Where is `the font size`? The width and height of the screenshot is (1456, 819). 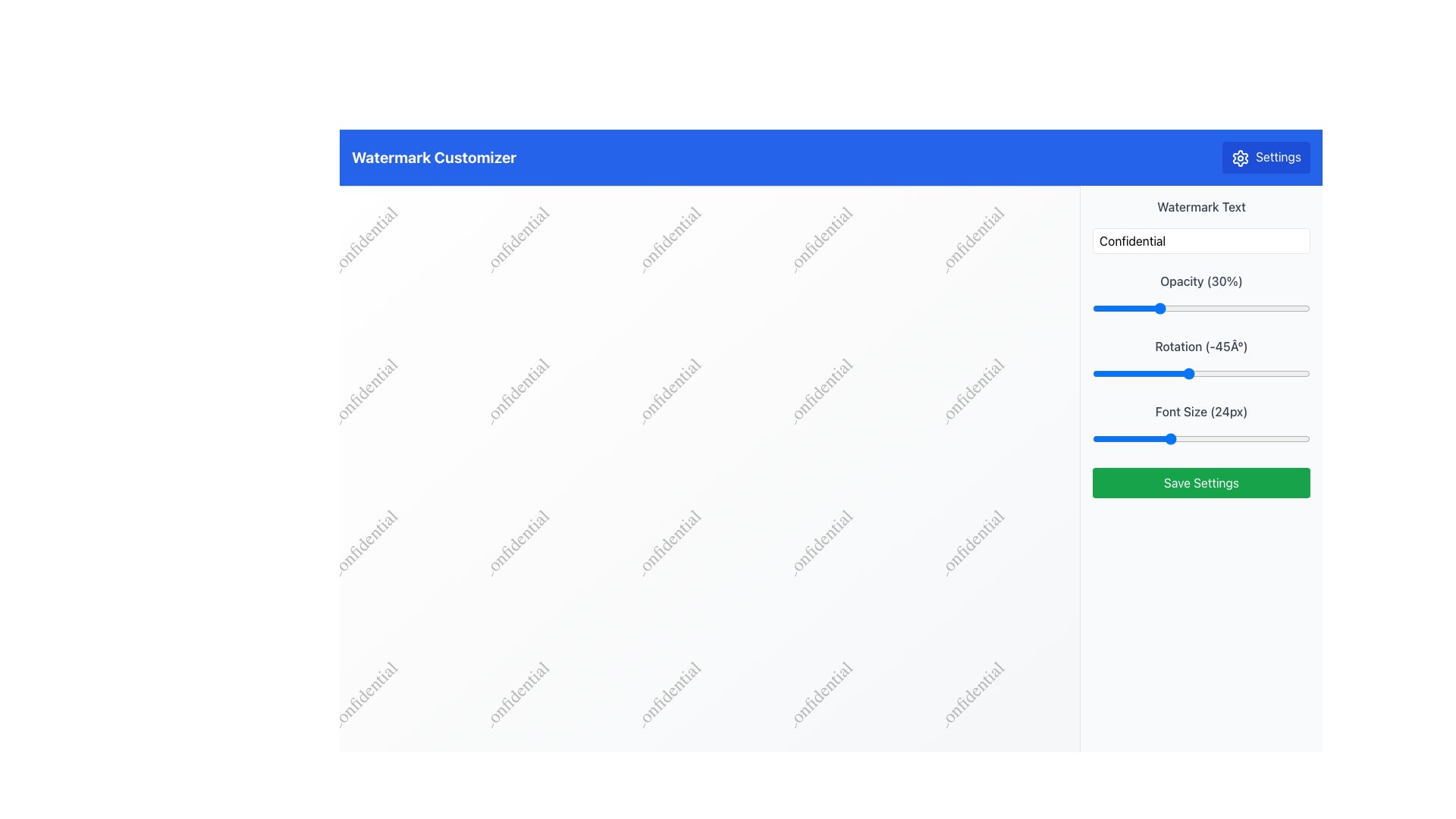
the font size is located at coordinates (1234, 438).